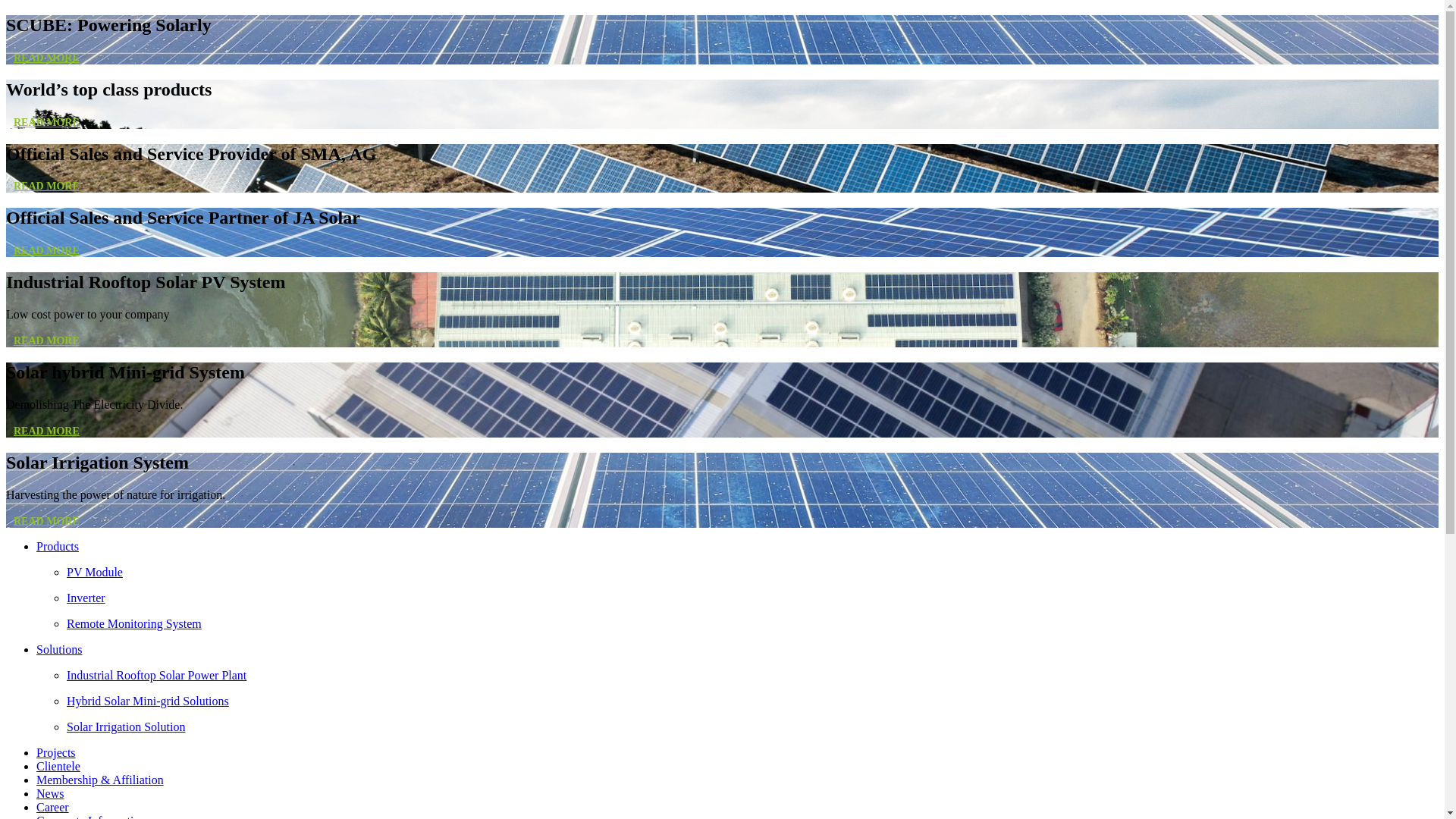 The width and height of the screenshot is (1456, 819). I want to click on 'Projects', so click(55, 752).